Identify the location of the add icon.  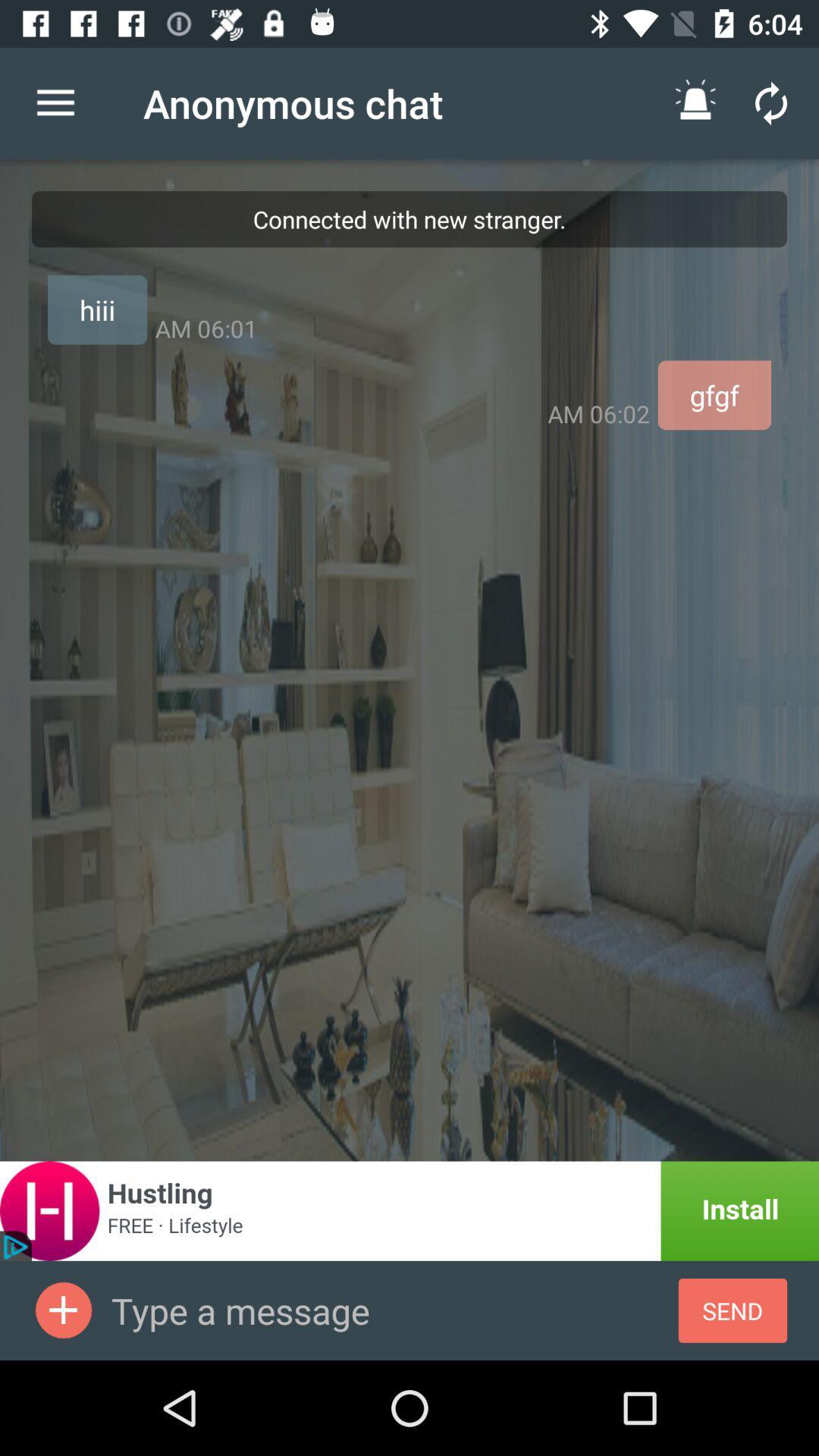
(63, 1310).